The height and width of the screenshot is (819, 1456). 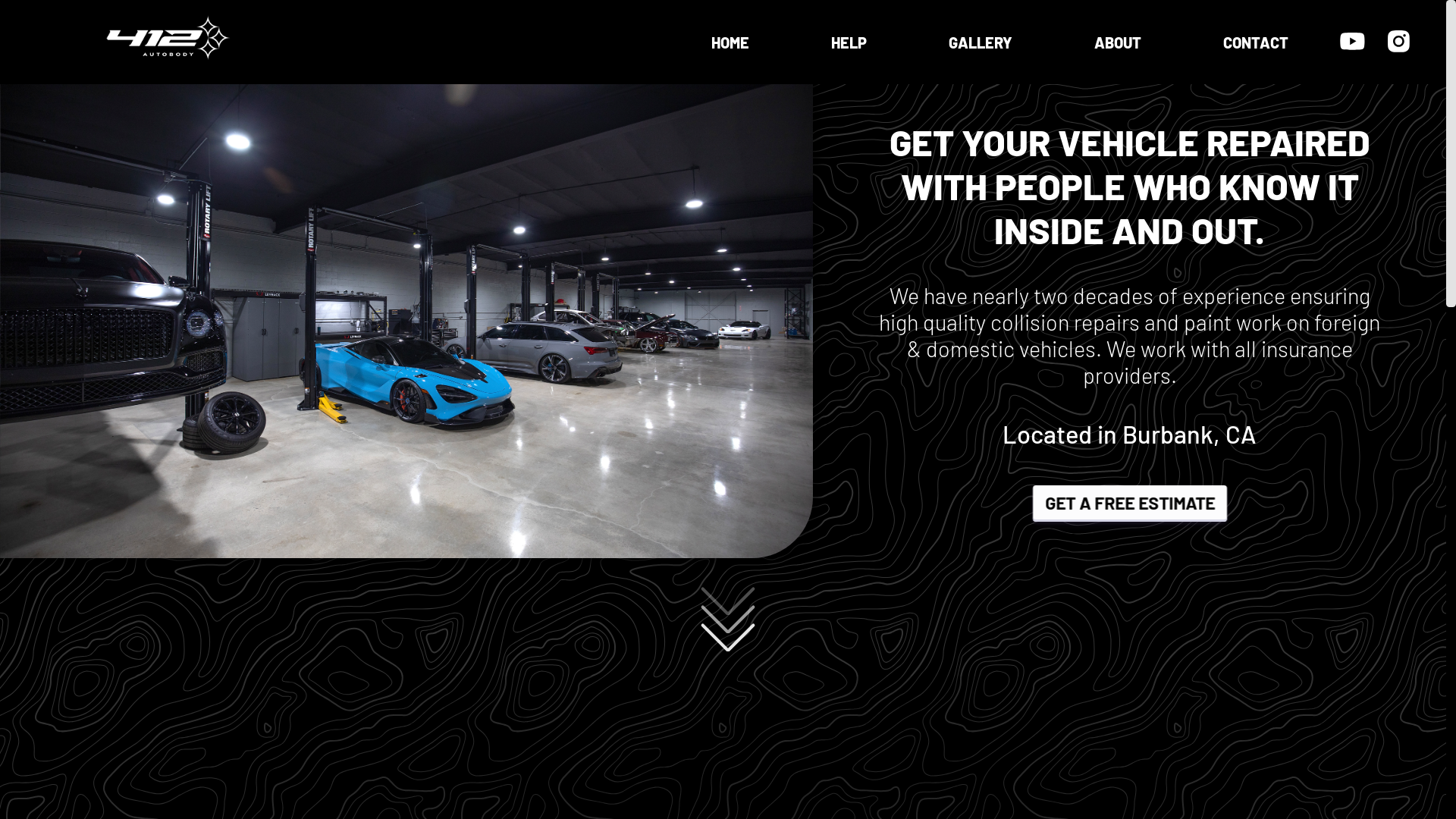 I want to click on 'GET A FREE ESTIMATE', so click(x=1129, y=503).